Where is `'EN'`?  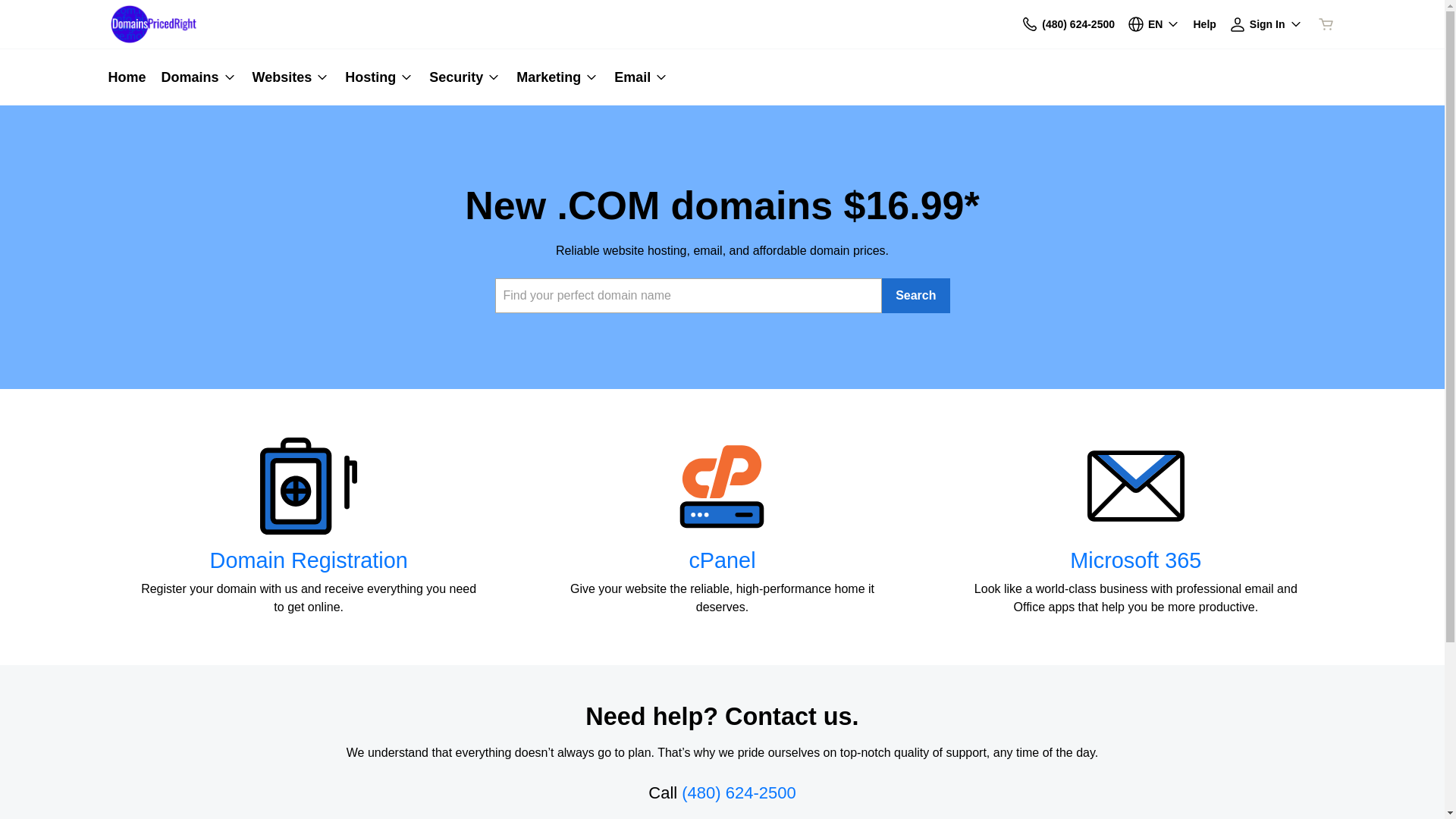 'EN' is located at coordinates (1153, 24).